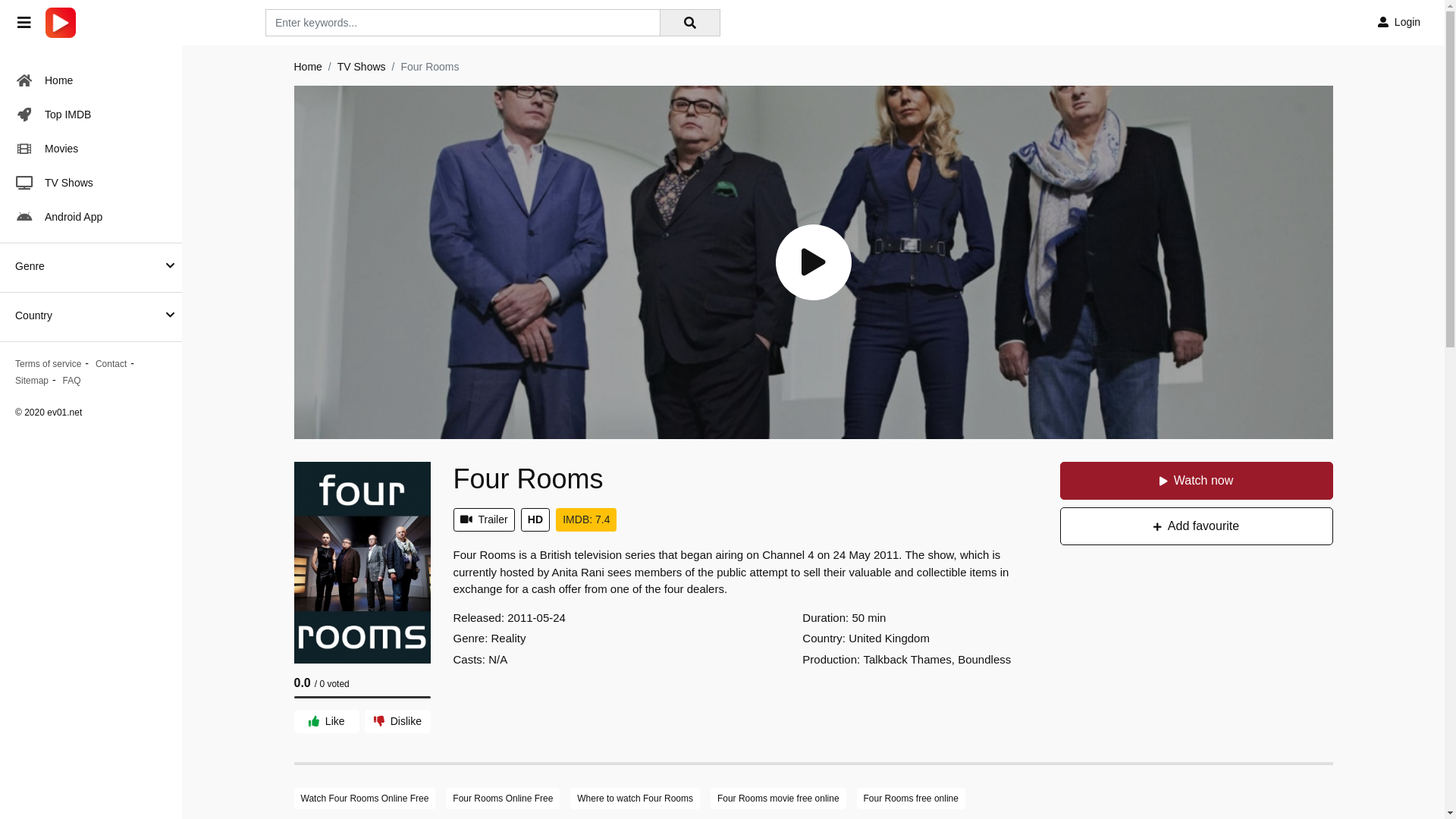  I want to click on 'IMDB: 7.4', so click(585, 519).